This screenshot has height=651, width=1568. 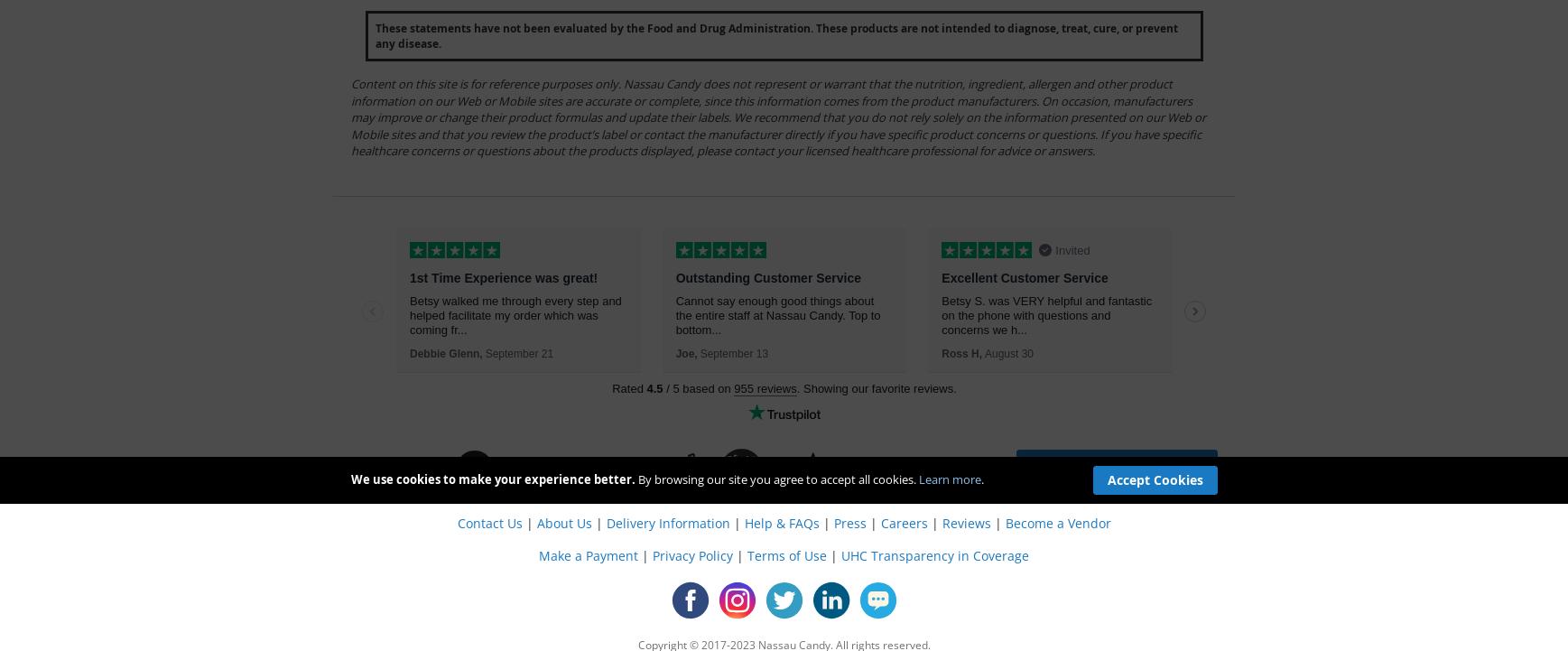 What do you see at coordinates (775, 35) in the screenshot?
I see `'These statements have not been evaluated by the Food and Drug Administration. 
These products are not intended to diagnose, treat, cure, or prevent any disease.'` at bounding box center [775, 35].